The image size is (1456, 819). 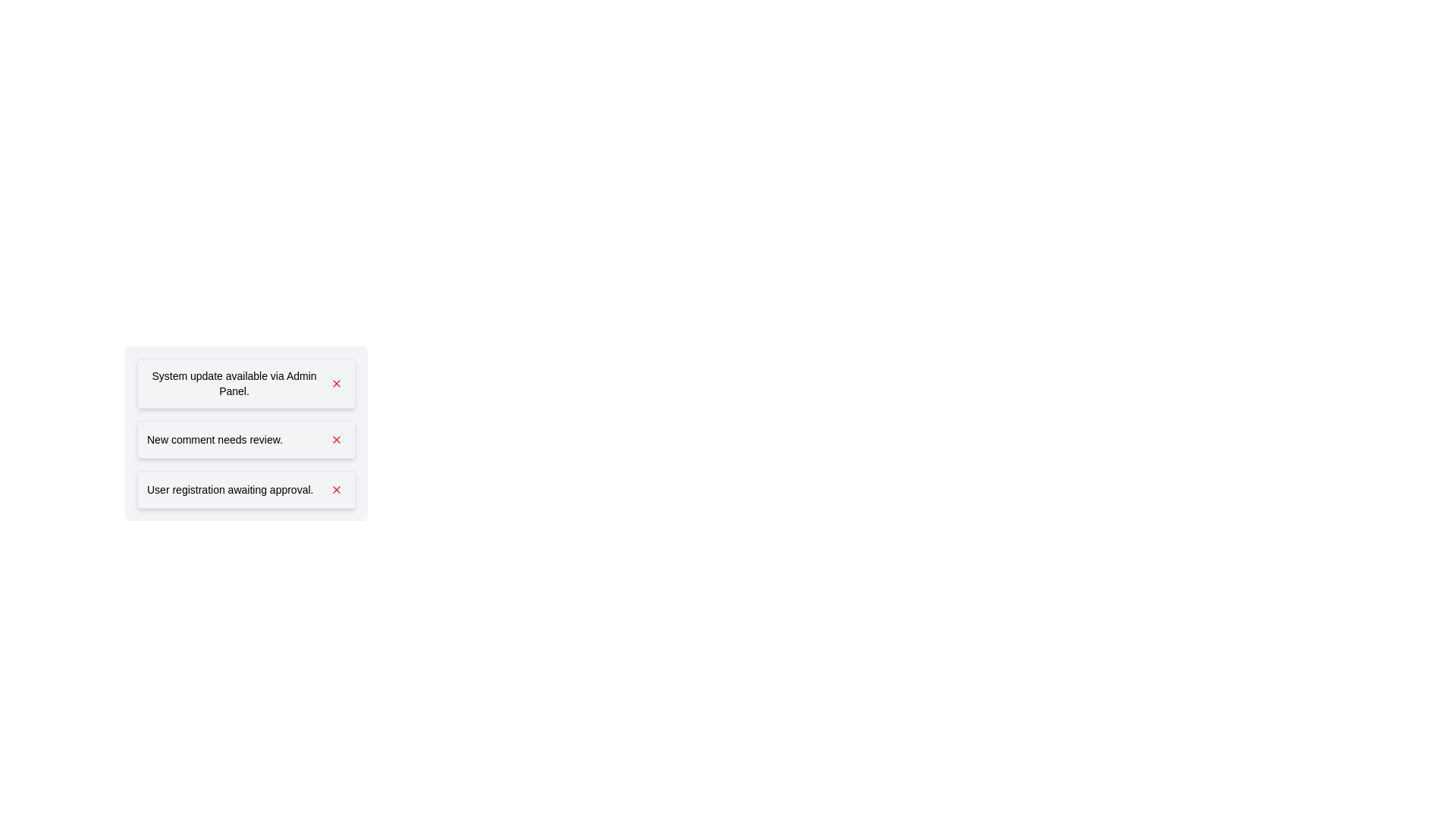 I want to click on the notification message text that informs the user about a system update available via the Admin Panel to read the full content, so click(x=233, y=382).